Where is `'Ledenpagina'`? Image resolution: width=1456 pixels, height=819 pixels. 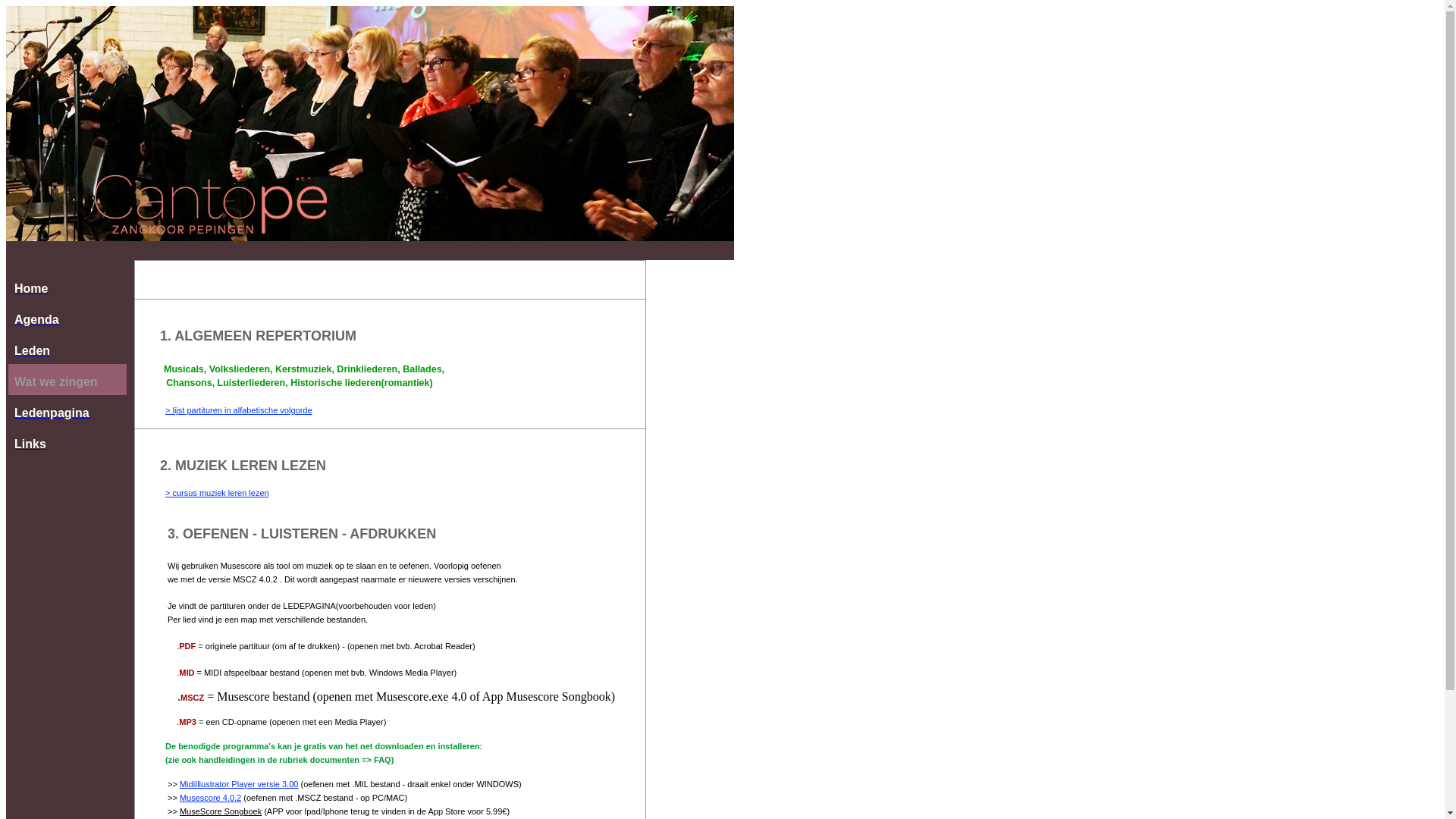
'Ledenpagina' is located at coordinates (8, 410).